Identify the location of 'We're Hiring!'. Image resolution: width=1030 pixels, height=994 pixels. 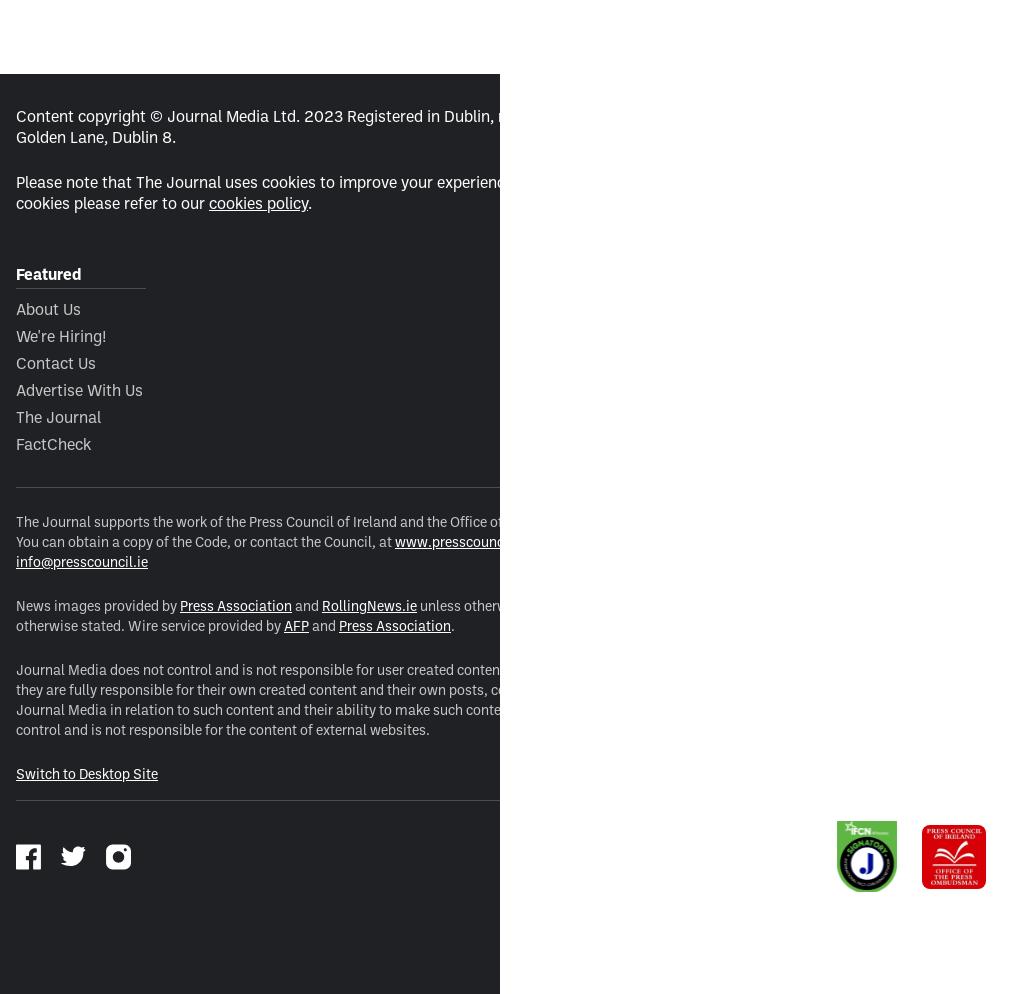
(61, 334).